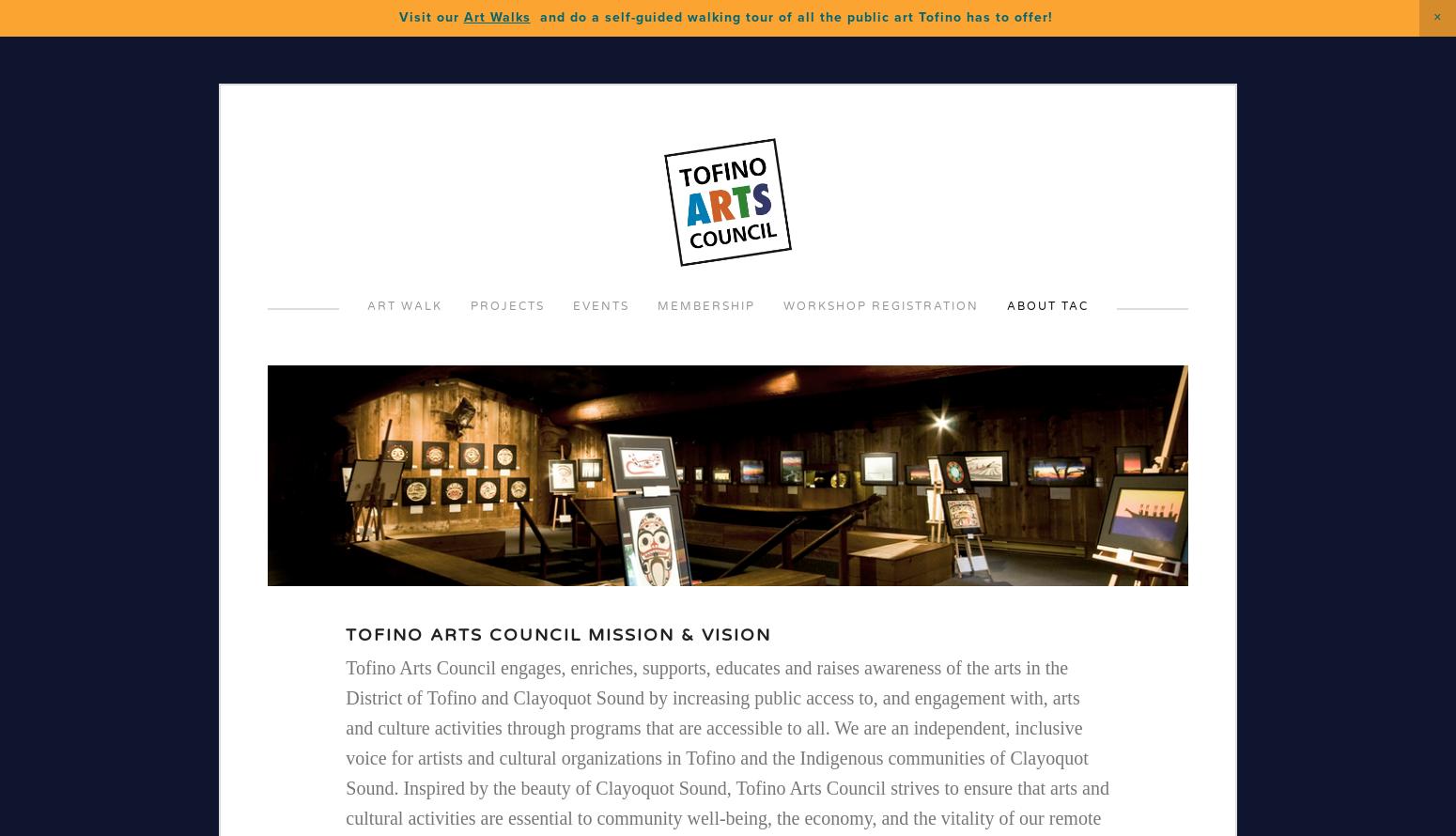 The image size is (1456, 836). I want to click on 'About TAC', so click(1046, 305).